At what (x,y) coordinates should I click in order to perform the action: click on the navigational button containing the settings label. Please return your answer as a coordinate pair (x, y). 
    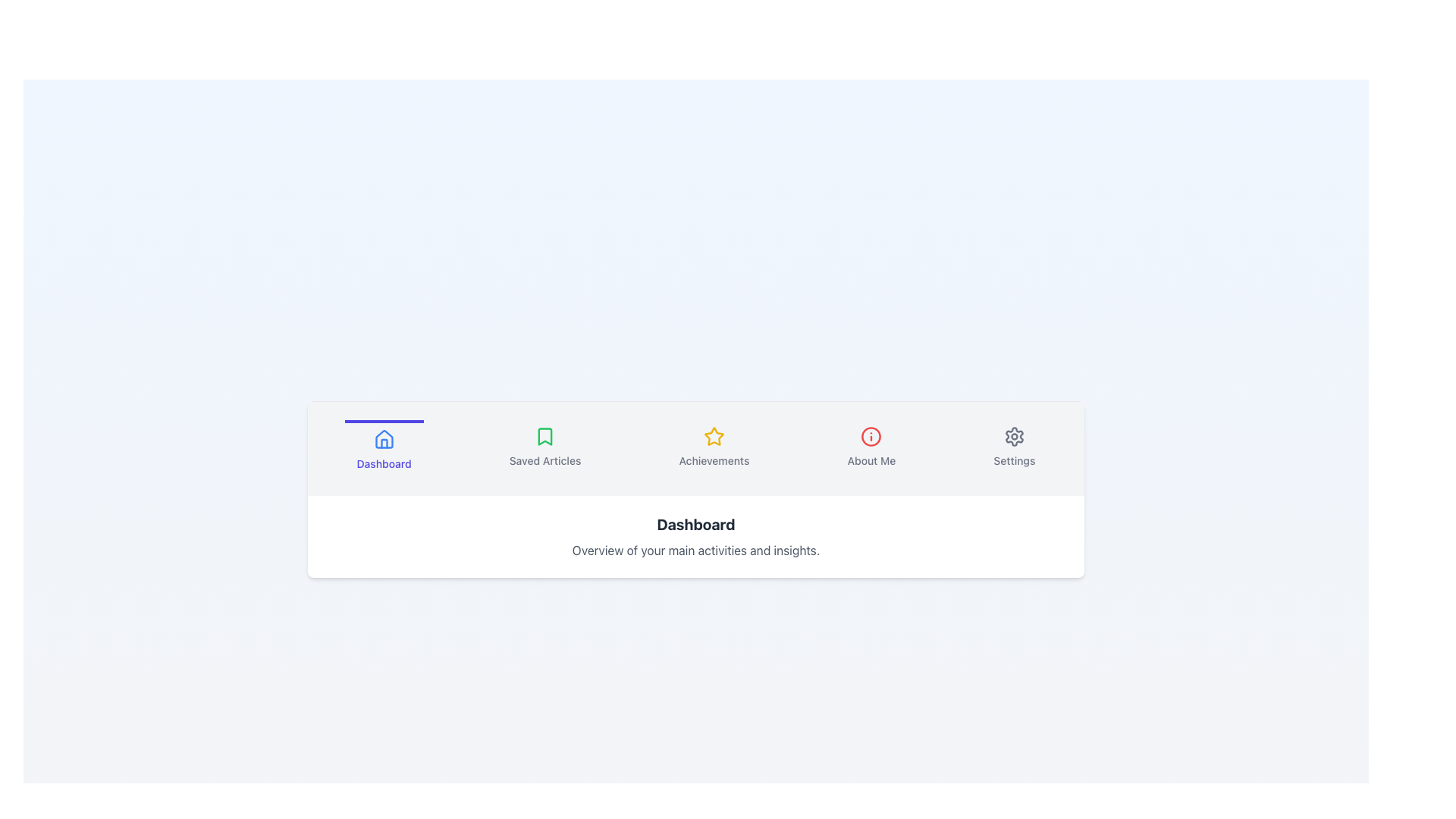
    Looking at the image, I should click on (1014, 460).